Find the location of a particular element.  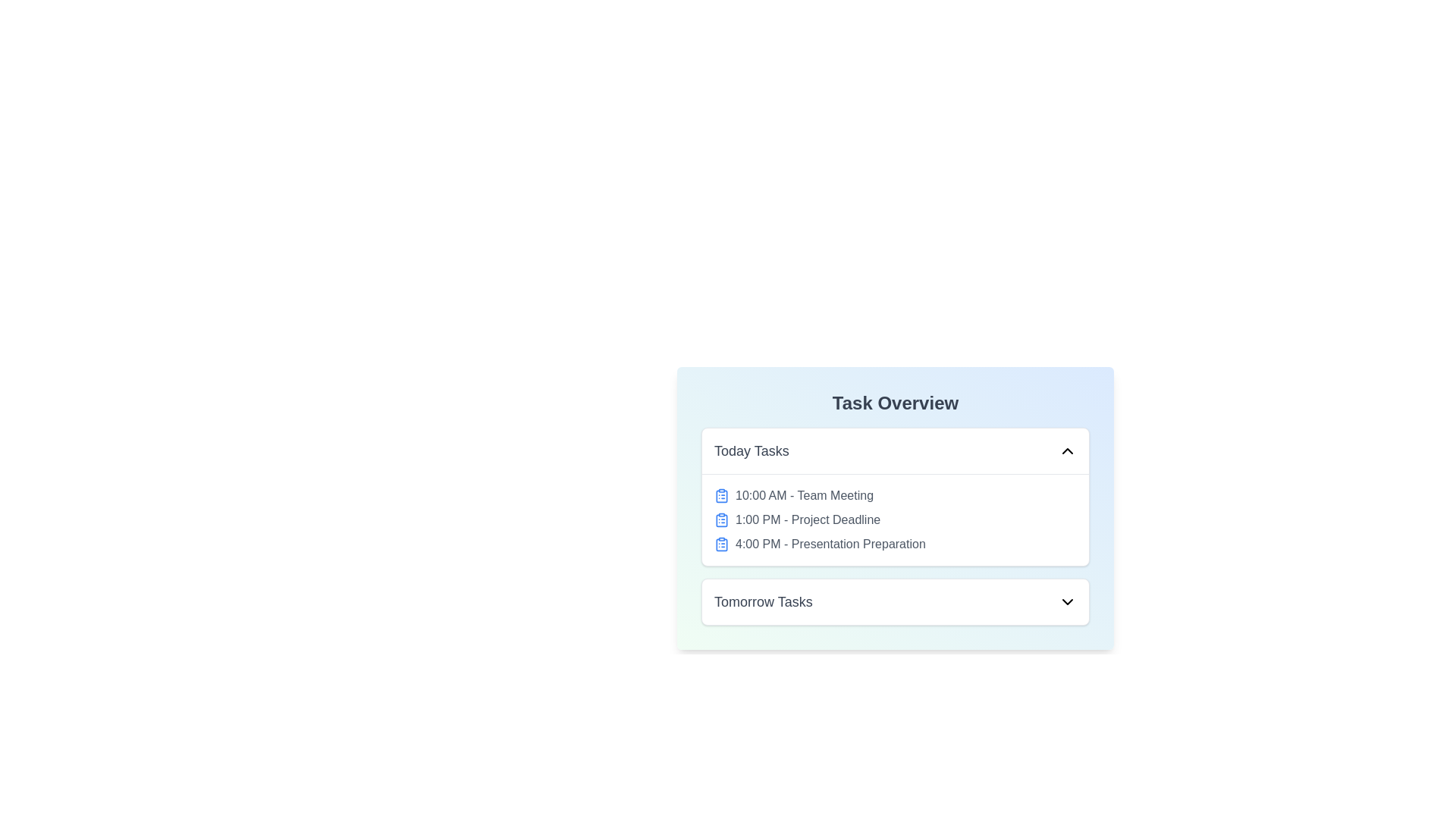

the icon associated with the task '1:00 PM - Project Deadline' is located at coordinates (720, 519).